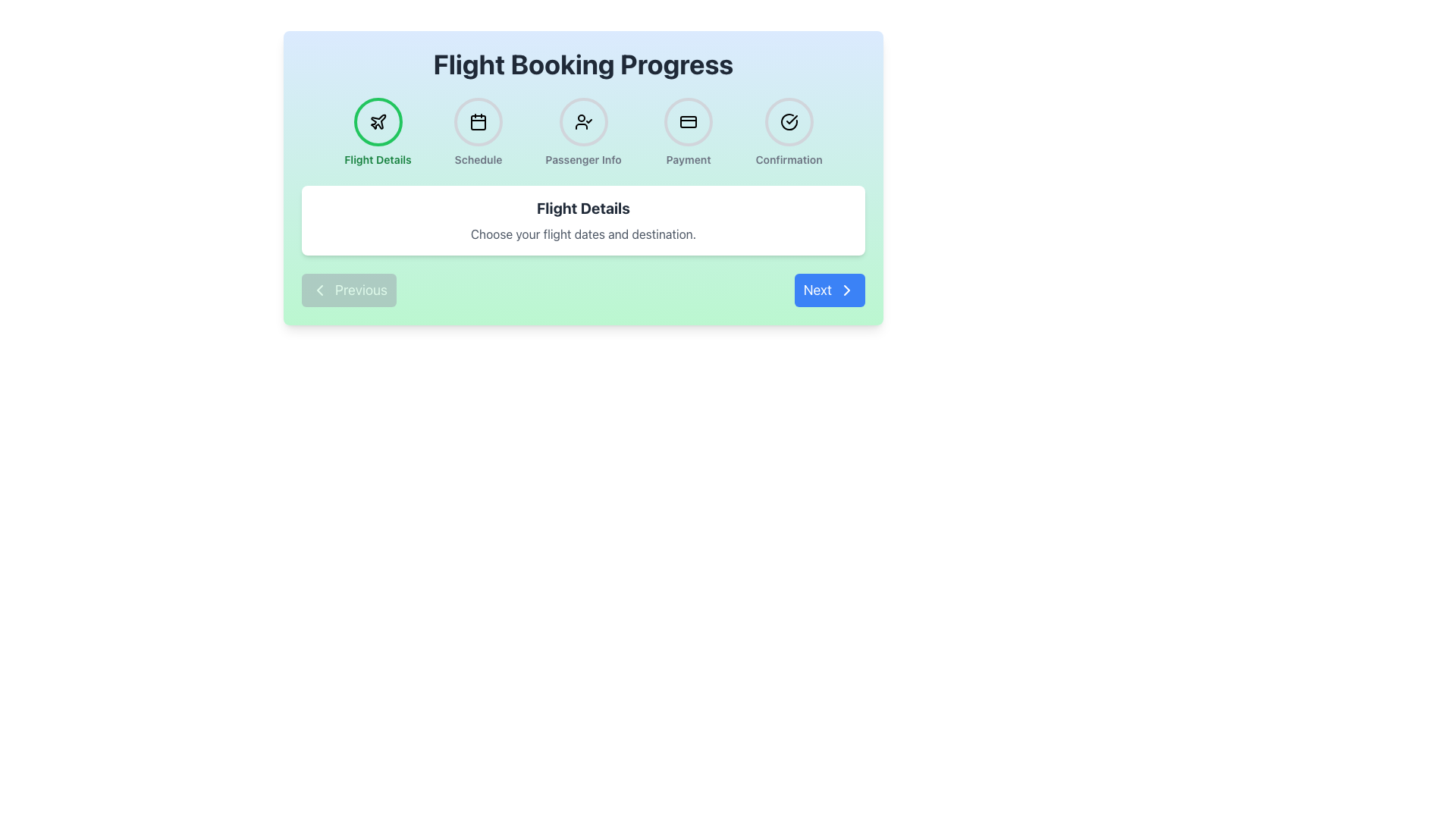 This screenshot has height=819, width=1456. What do you see at coordinates (789, 121) in the screenshot?
I see `the Icon Button representing the Confirmation step, which is located in the top section of the interface, above the text 'Confirmation'` at bounding box center [789, 121].